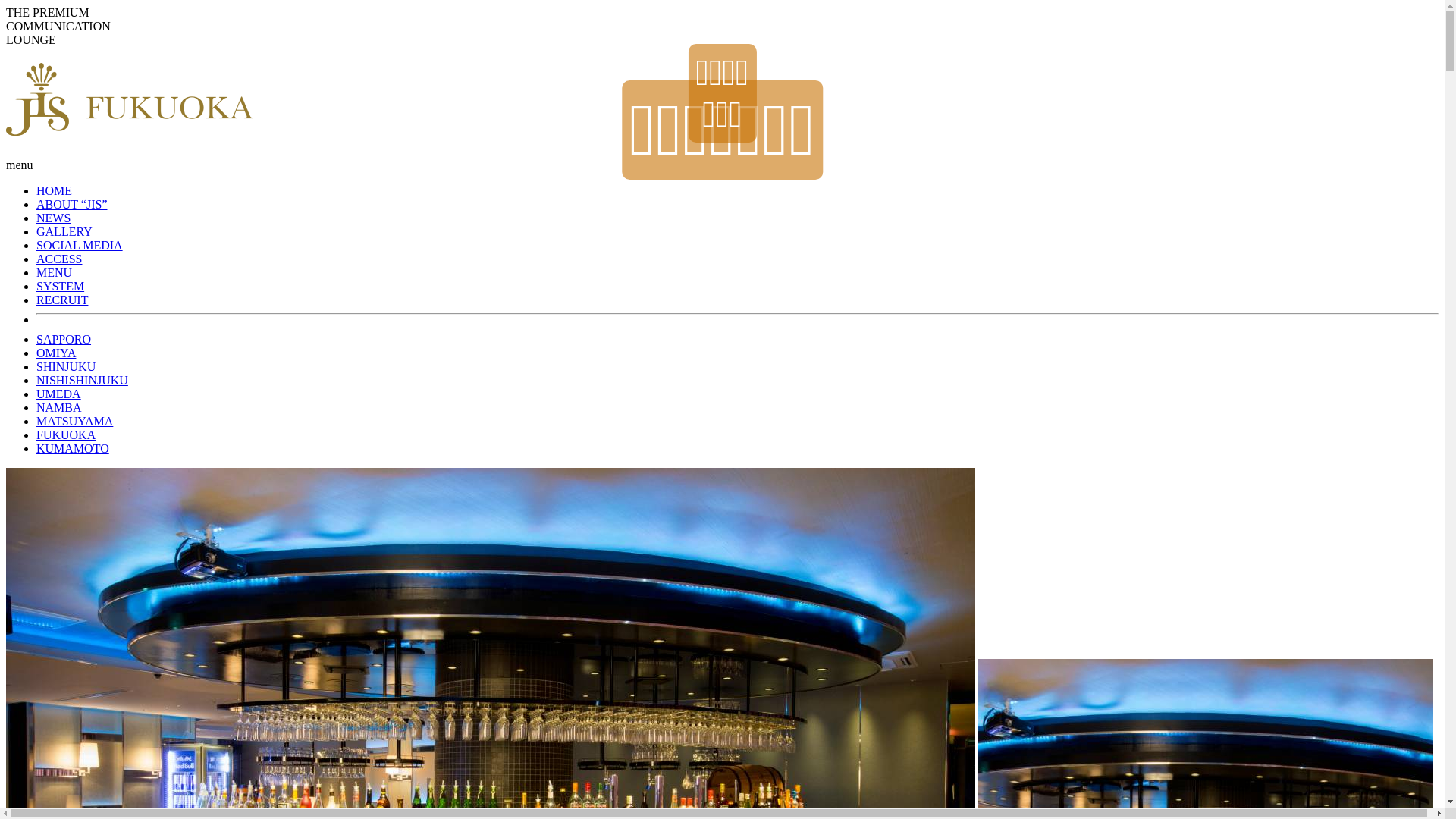 This screenshot has width=1456, height=819. Describe the element at coordinates (60, 286) in the screenshot. I see `'SYSTEM'` at that location.